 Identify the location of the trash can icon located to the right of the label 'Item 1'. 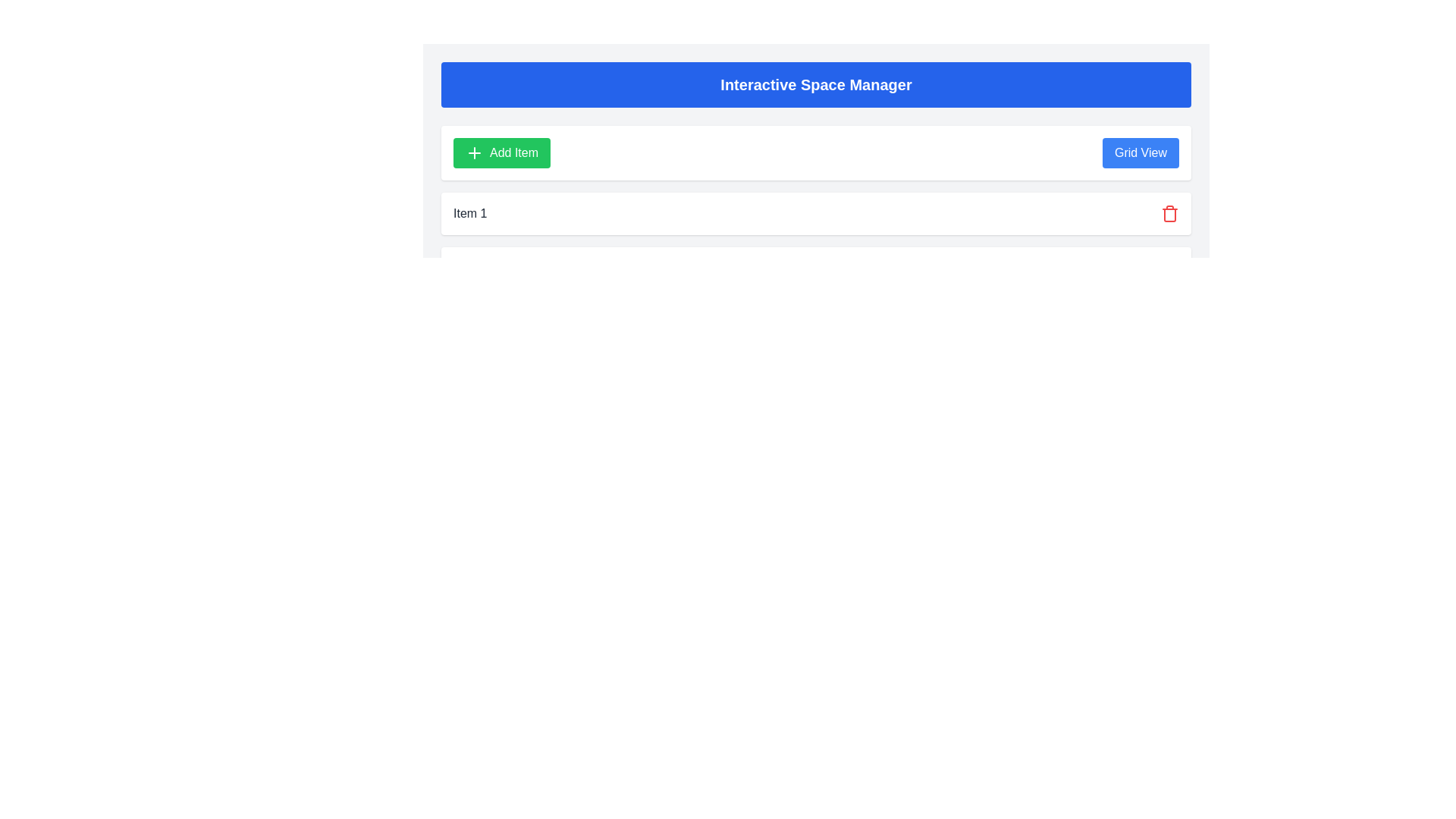
(1169, 213).